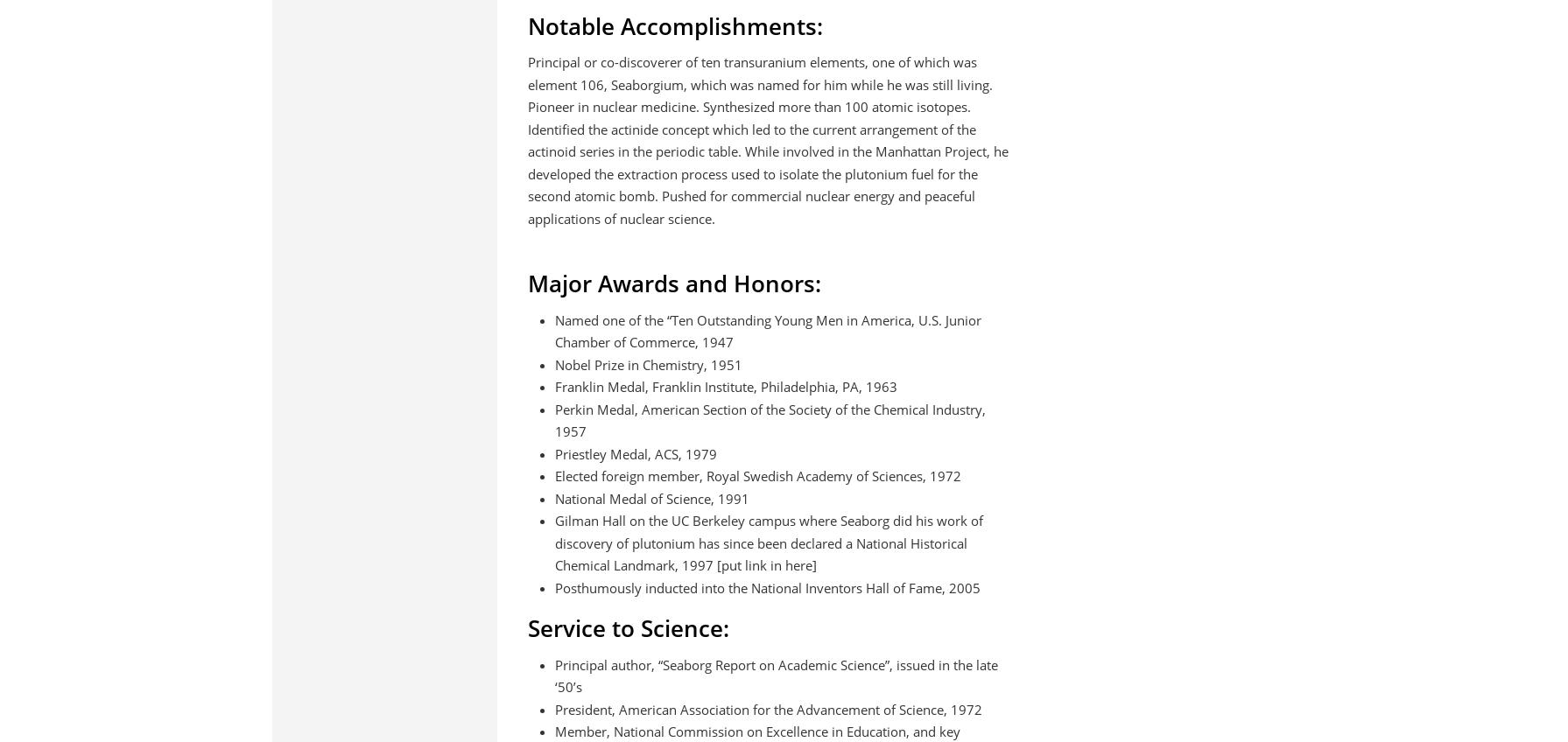  What do you see at coordinates (650, 497) in the screenshot?
I see `'National Medal of Science, 1991'` at bounding box center [650, 497].